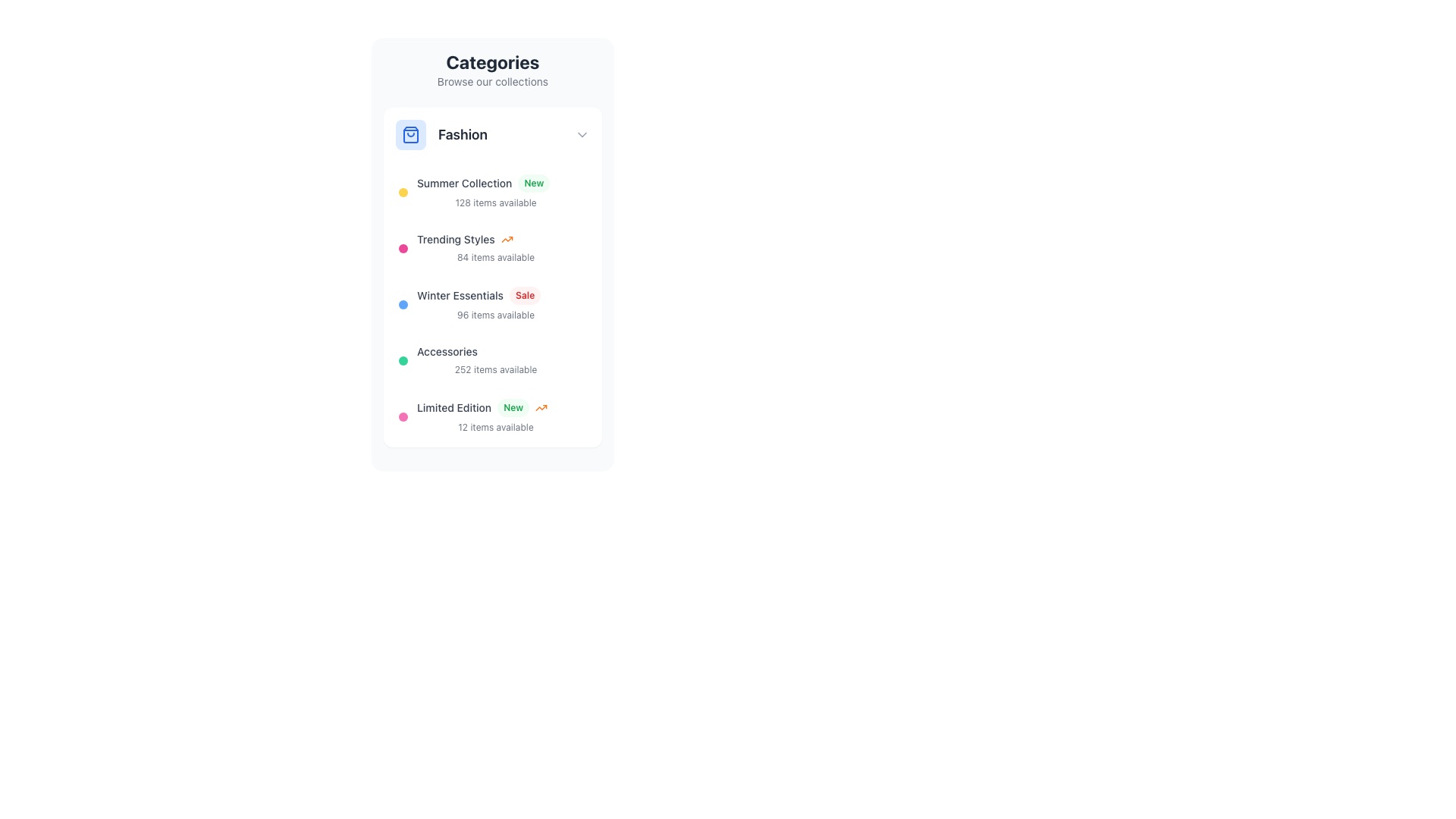  I want to click on the decorative Icon representing the 'Fashion' category, which is positioned to the left of the 'Fashion' text in the navigation panel, so click(411, 133).